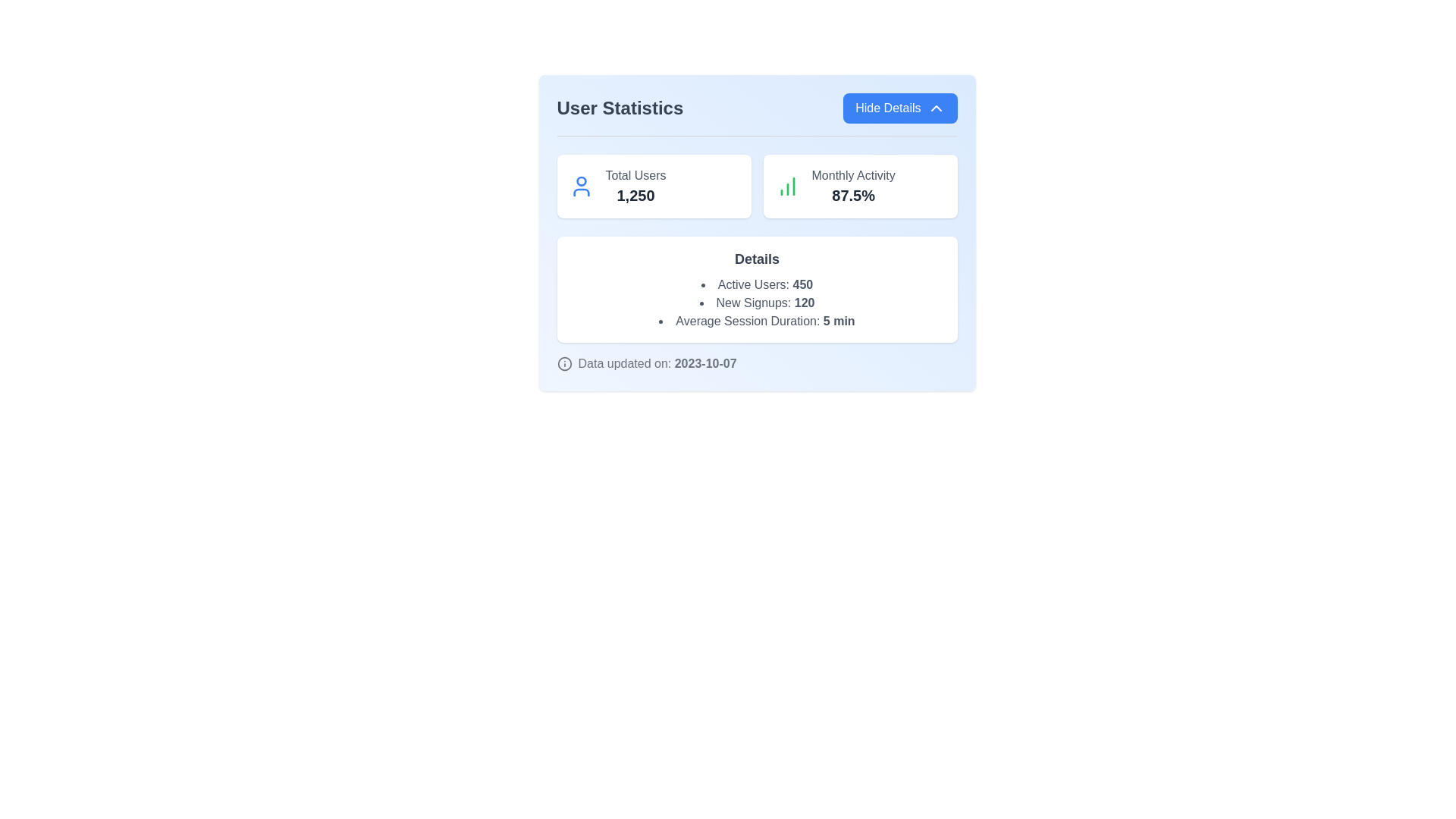 This screenshot has height=819, width=1456. I want to click on the Text Display that shows the count of 'New Signups' located under the 'User Statistics' heading, so click(804, 303).